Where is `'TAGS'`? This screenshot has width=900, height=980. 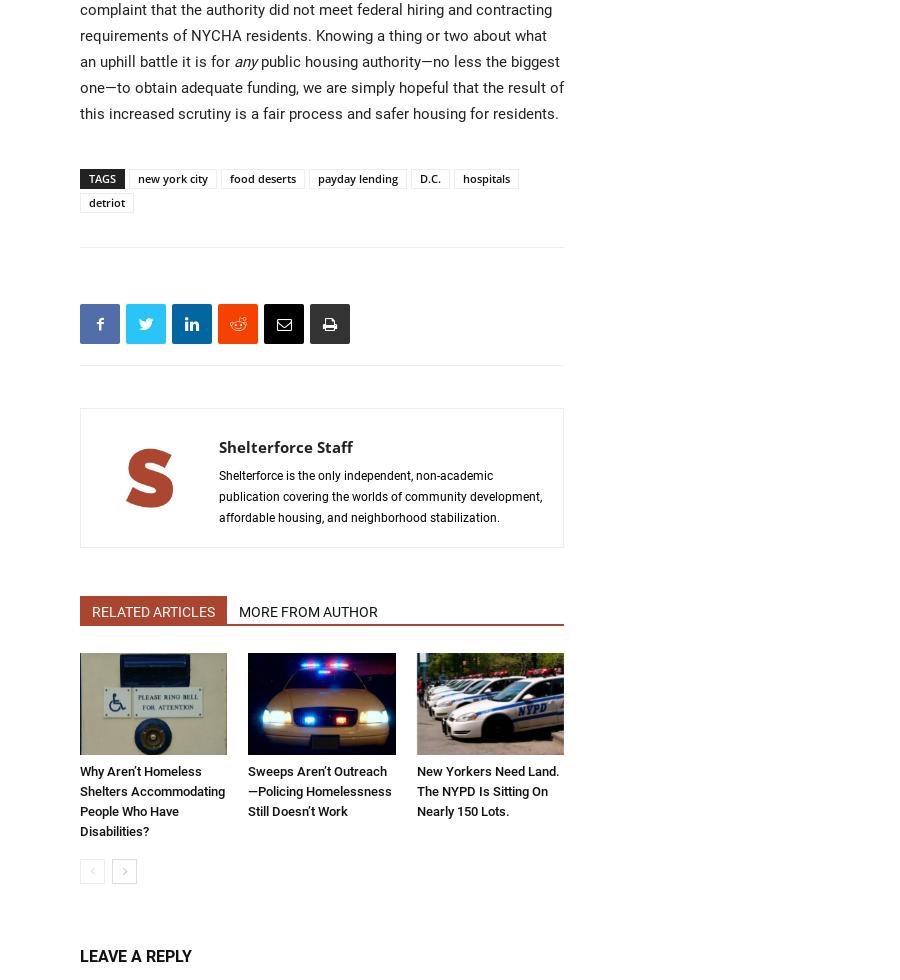 'TAGS' is located at coordinates (88, 178).